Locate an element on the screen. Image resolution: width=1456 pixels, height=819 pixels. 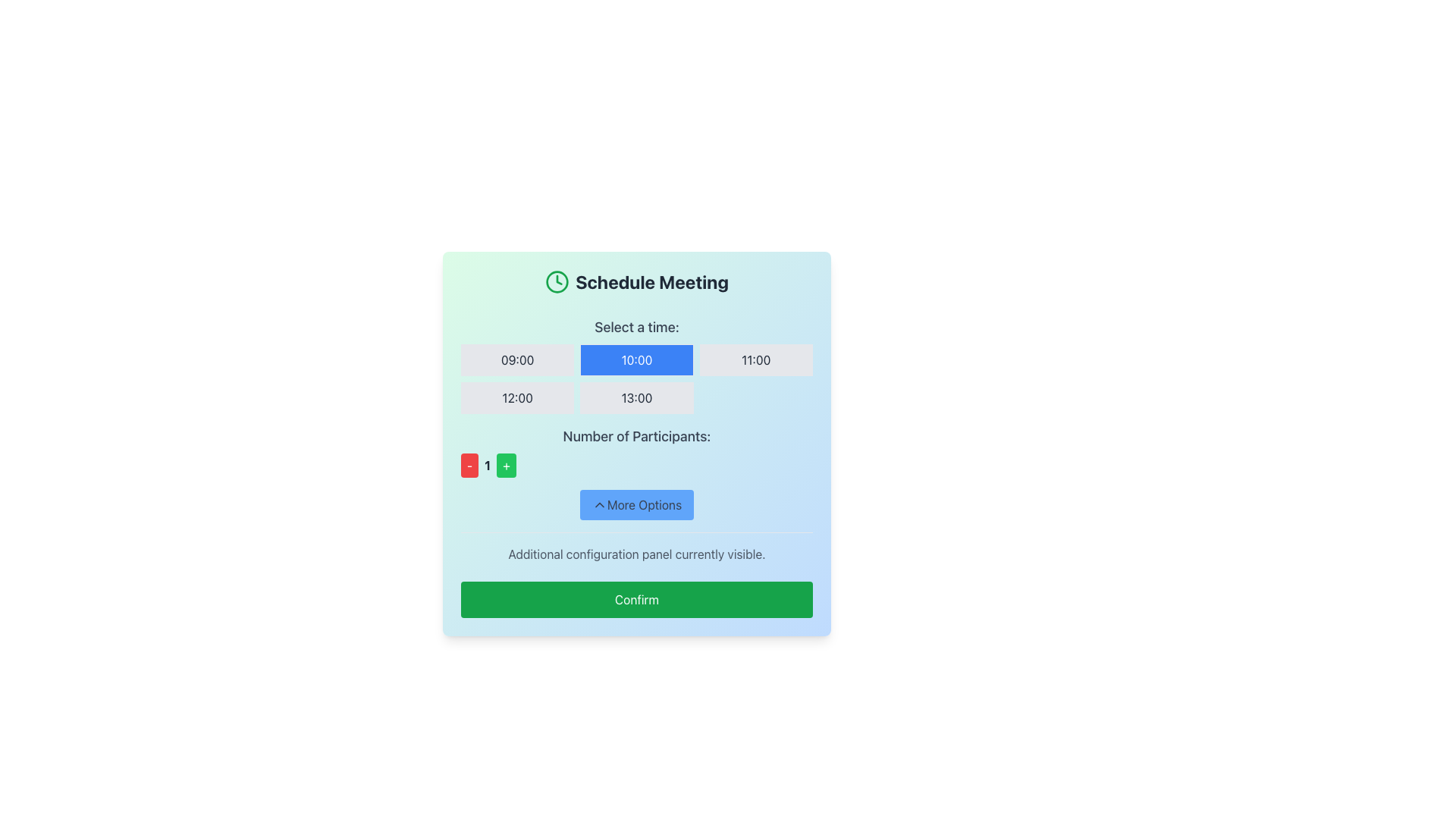
the upward-pointing chevron icon located to the left of the 'More Options' text within the button that has a blue background and rounded edges is located at coordinates (598, 505).